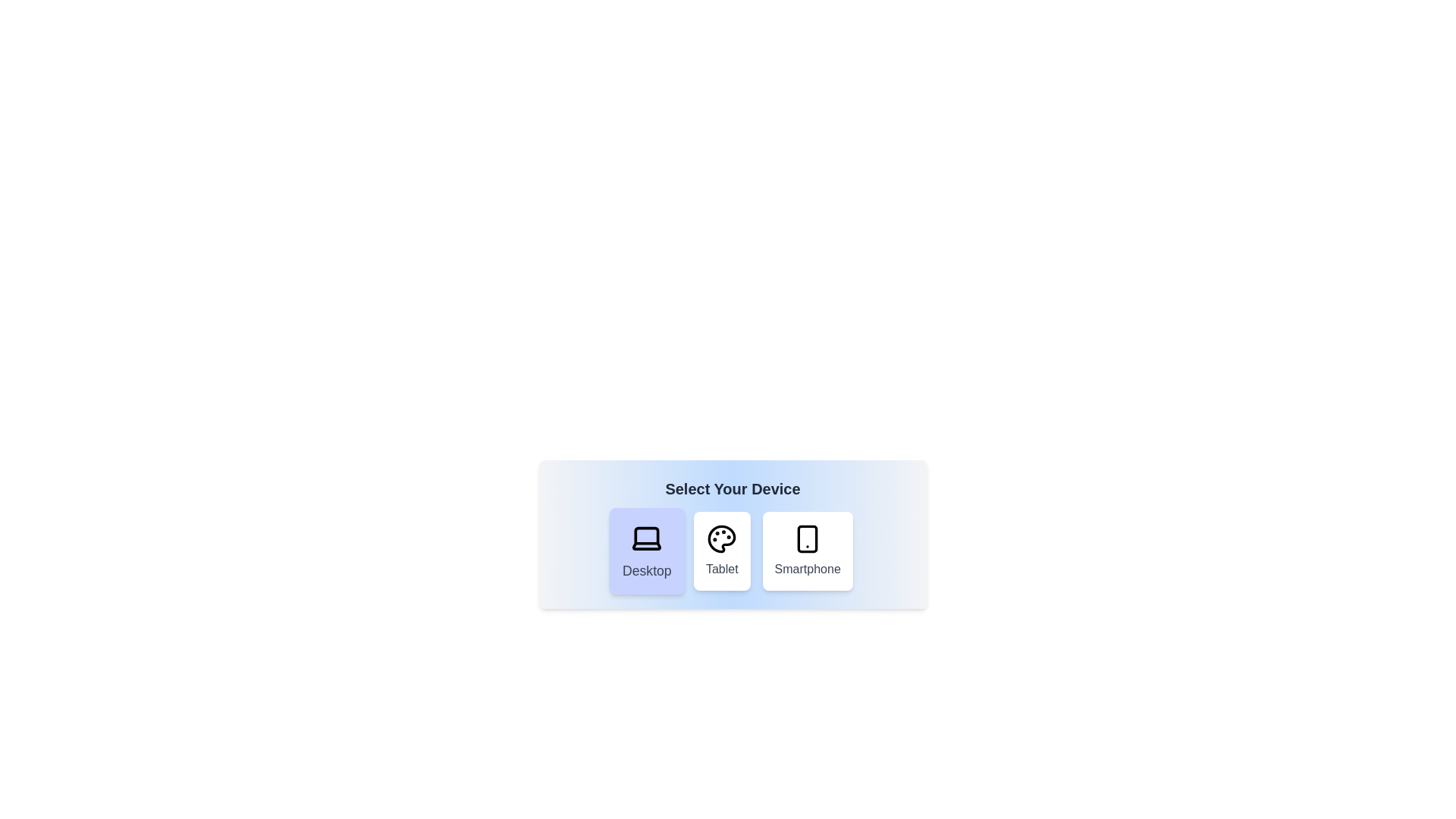  Describe the element at coordinates (721, 538) in the screenshot. I see `the 'Tablet' icon element in the device selection menu, which is visually represented as the backdrop of the color palette icon, positioned centrally between the 'Desktop' and 'Smartphone' buttons` at that location.